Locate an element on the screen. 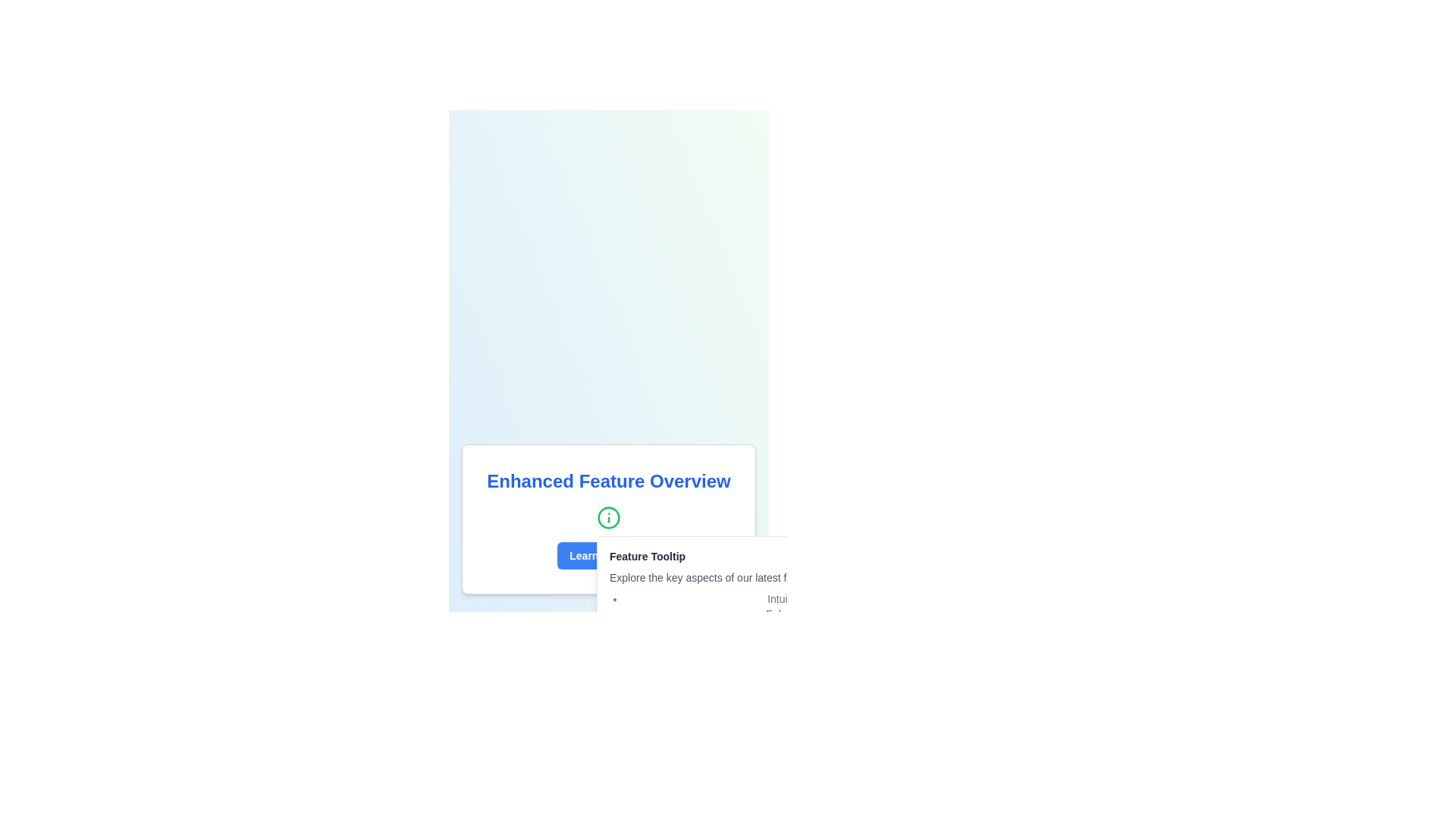 Image resolution: width=1456 pixels, height=819 pixels. the Tooltip graphical marker that assists in pointing to or highlighting specific content, located directly below the heading 'Enhanced Feature Overview' is located at coordinates (608, 519).